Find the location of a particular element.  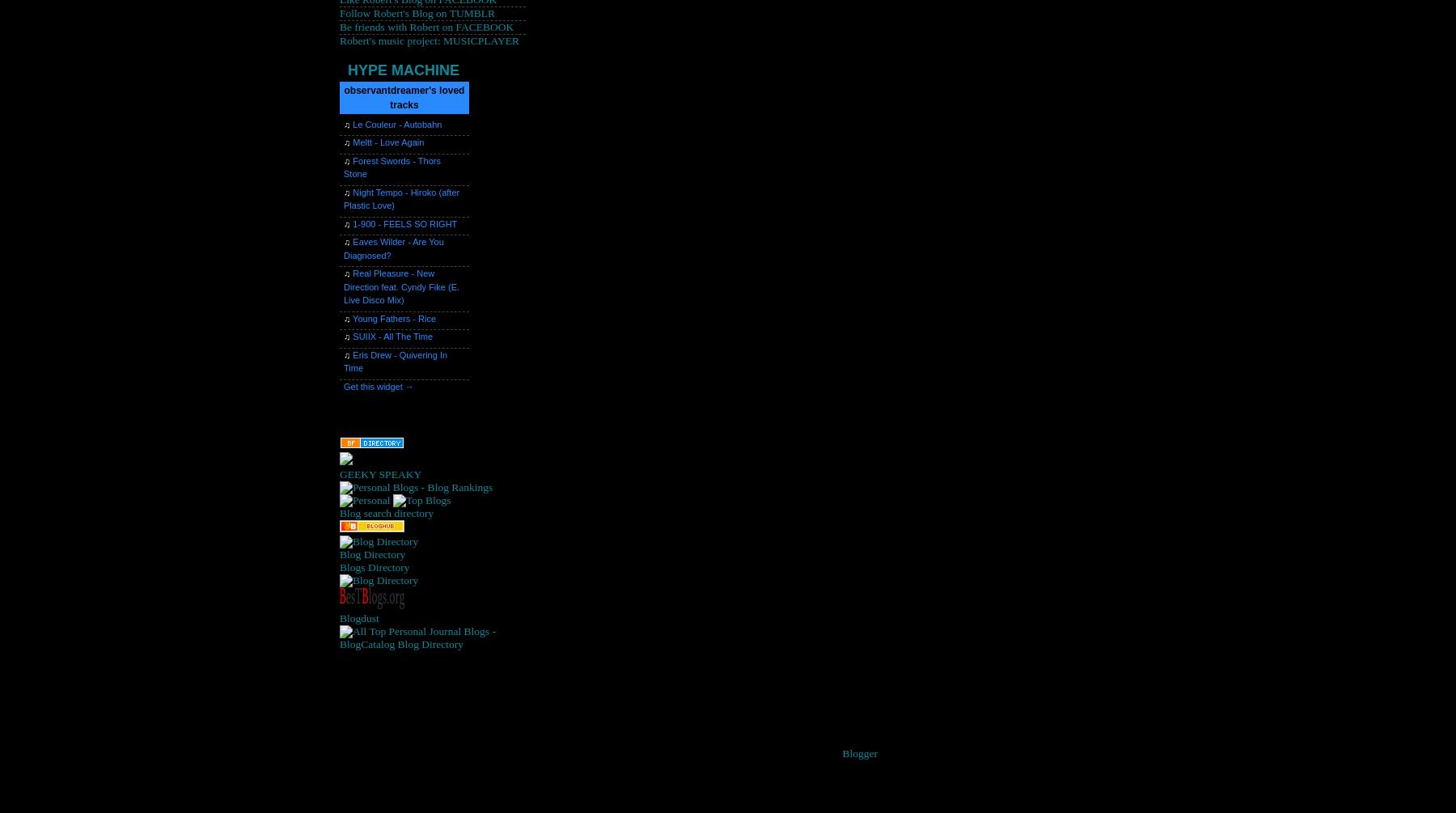

'Blog Directory' is located at coordinates (371, 553).